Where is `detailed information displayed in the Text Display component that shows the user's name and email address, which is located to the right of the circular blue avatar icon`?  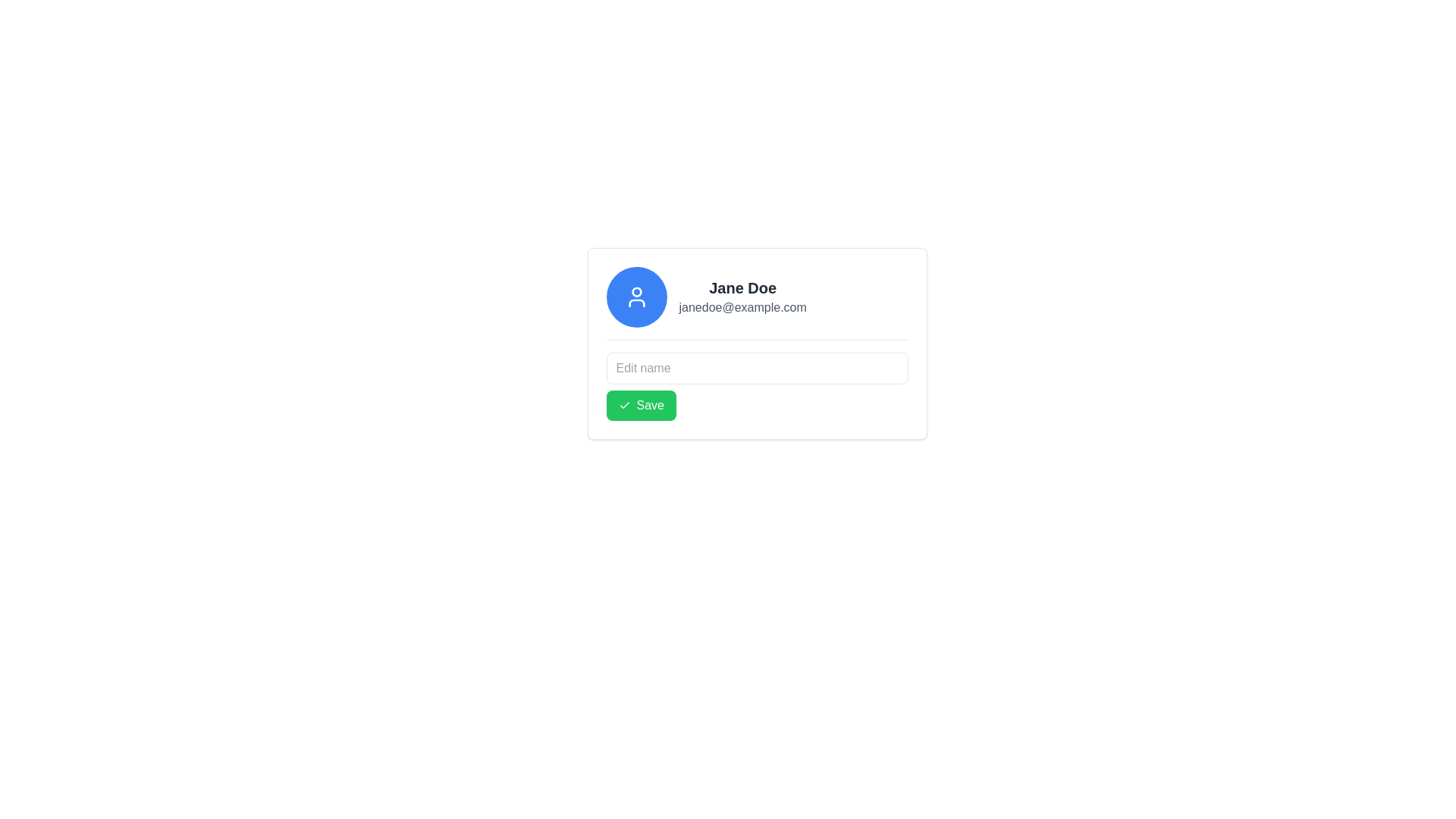 detailed information displayed in the Text Display component that shows the user's name and email address, which is located to the right of the circular blue avatar icon is located at coordinates (742, 297).